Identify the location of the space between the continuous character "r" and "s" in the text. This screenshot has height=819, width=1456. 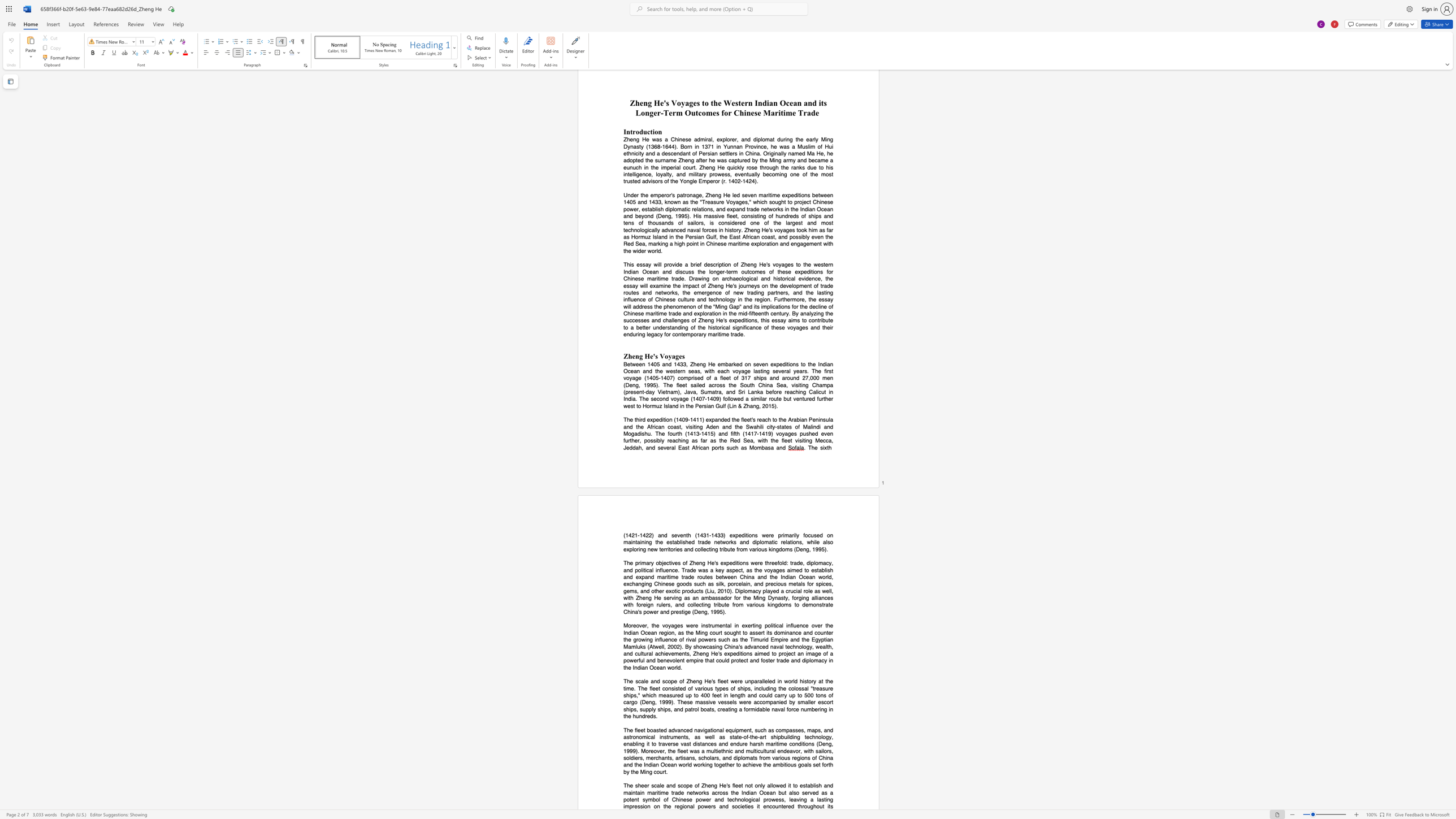
(713, 806).